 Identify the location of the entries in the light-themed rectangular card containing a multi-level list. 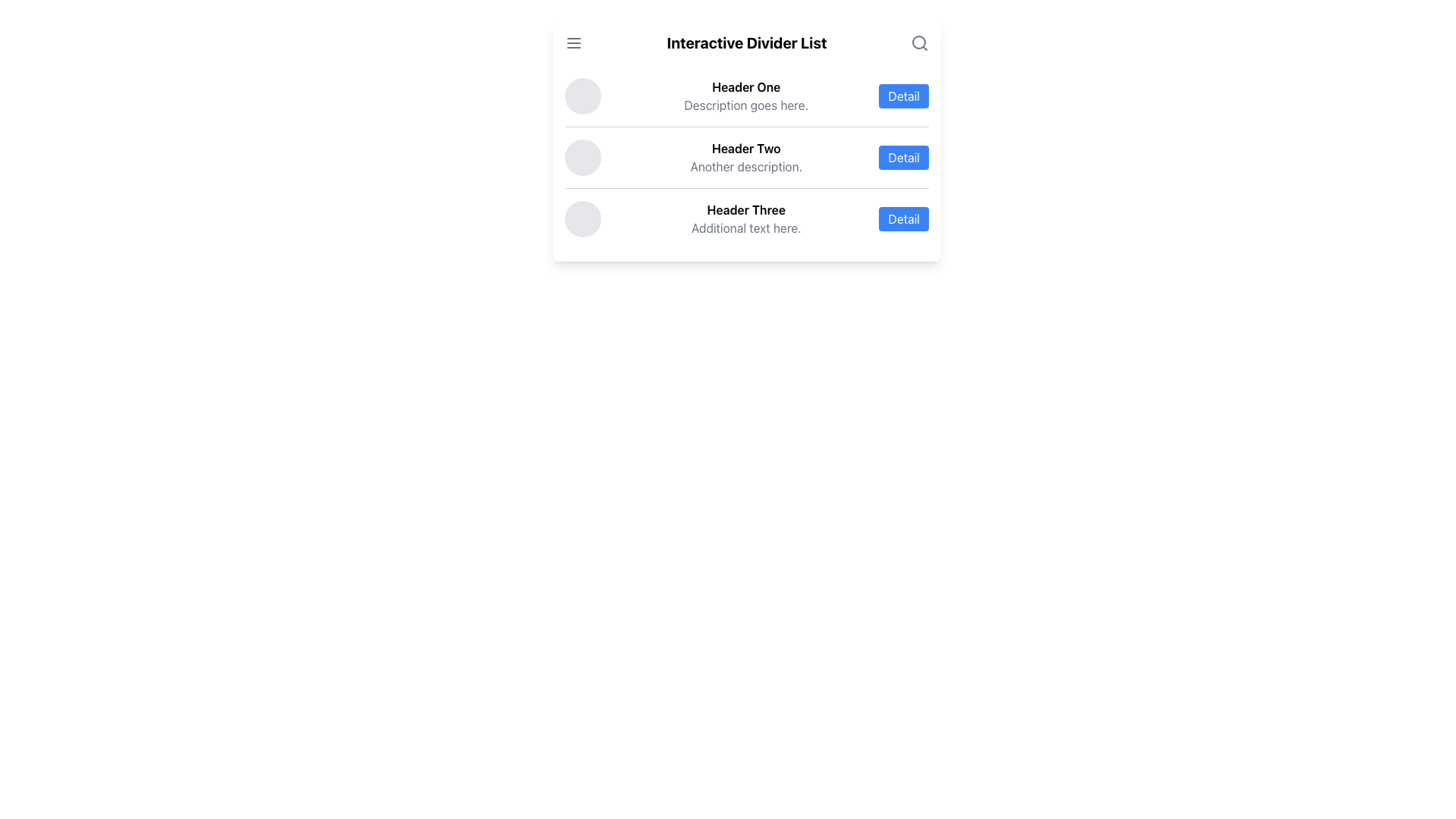
(746, 140).